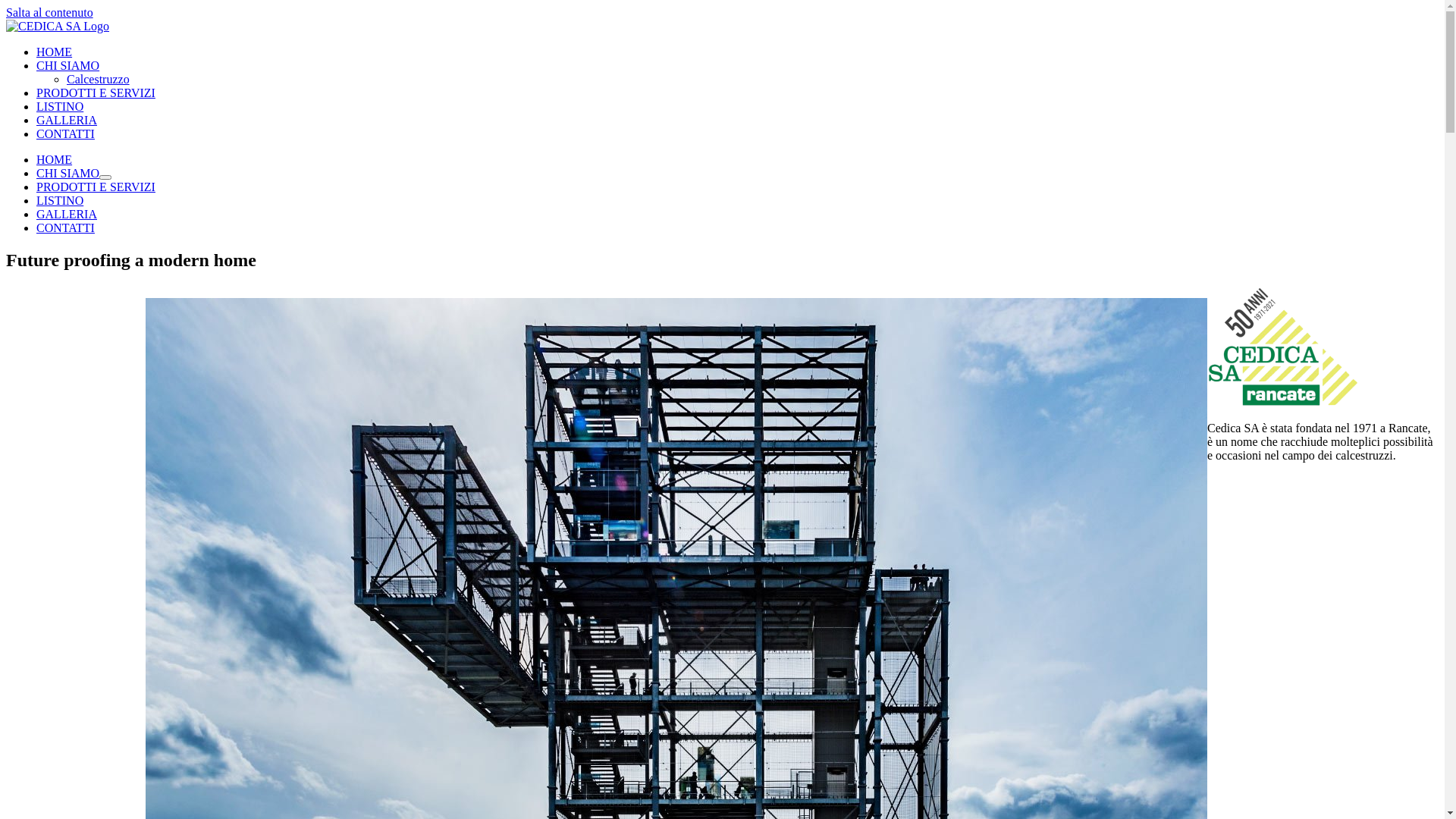  Describe the element at coordinates (36, 93) in the screenshot. I see `'PRODOTTI E SERVIZI'` at that location.